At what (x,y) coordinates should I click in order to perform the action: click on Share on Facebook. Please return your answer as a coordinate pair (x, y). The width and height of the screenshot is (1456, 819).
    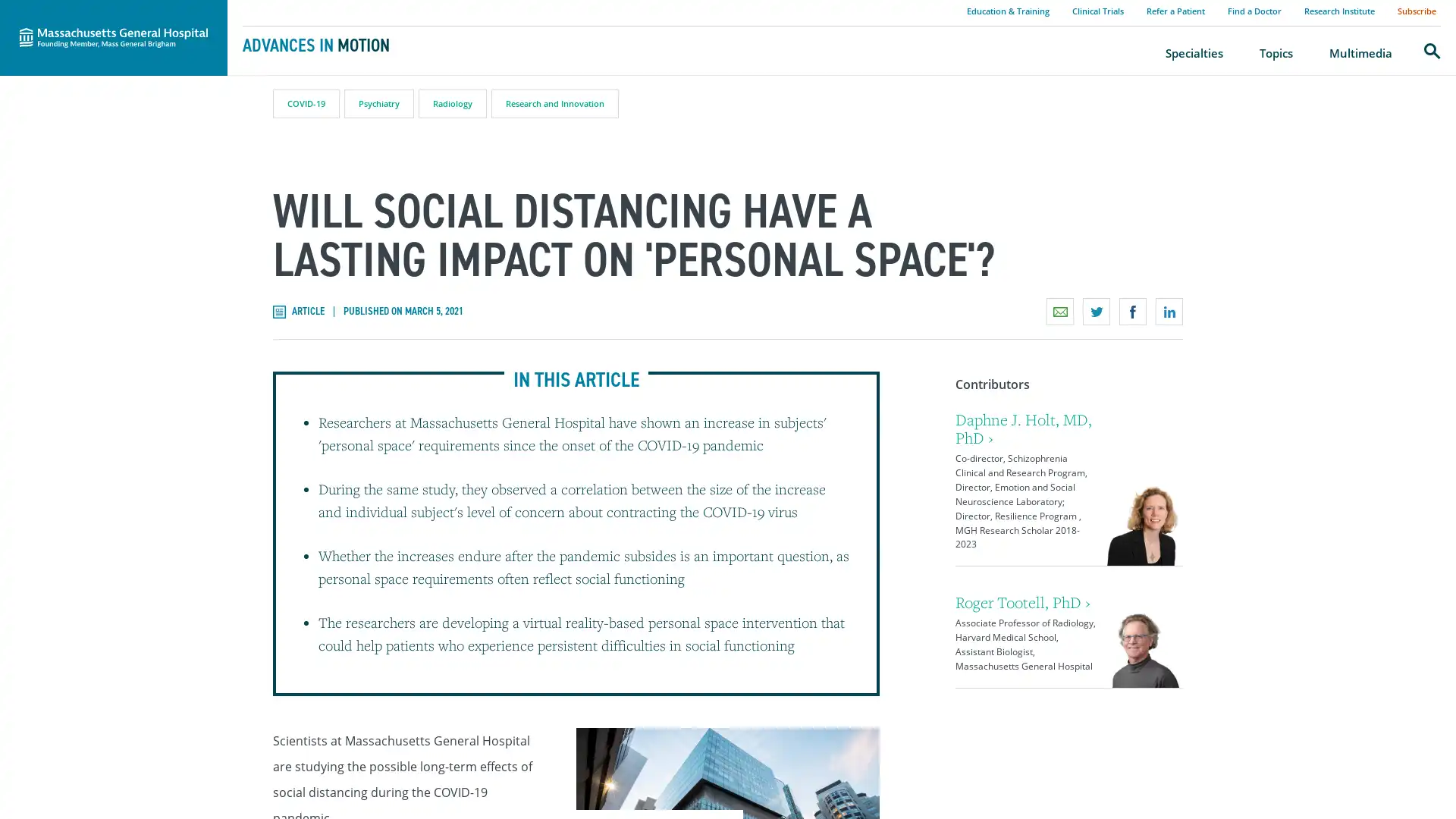
    Looking at the image, I should click on (1132, 311).